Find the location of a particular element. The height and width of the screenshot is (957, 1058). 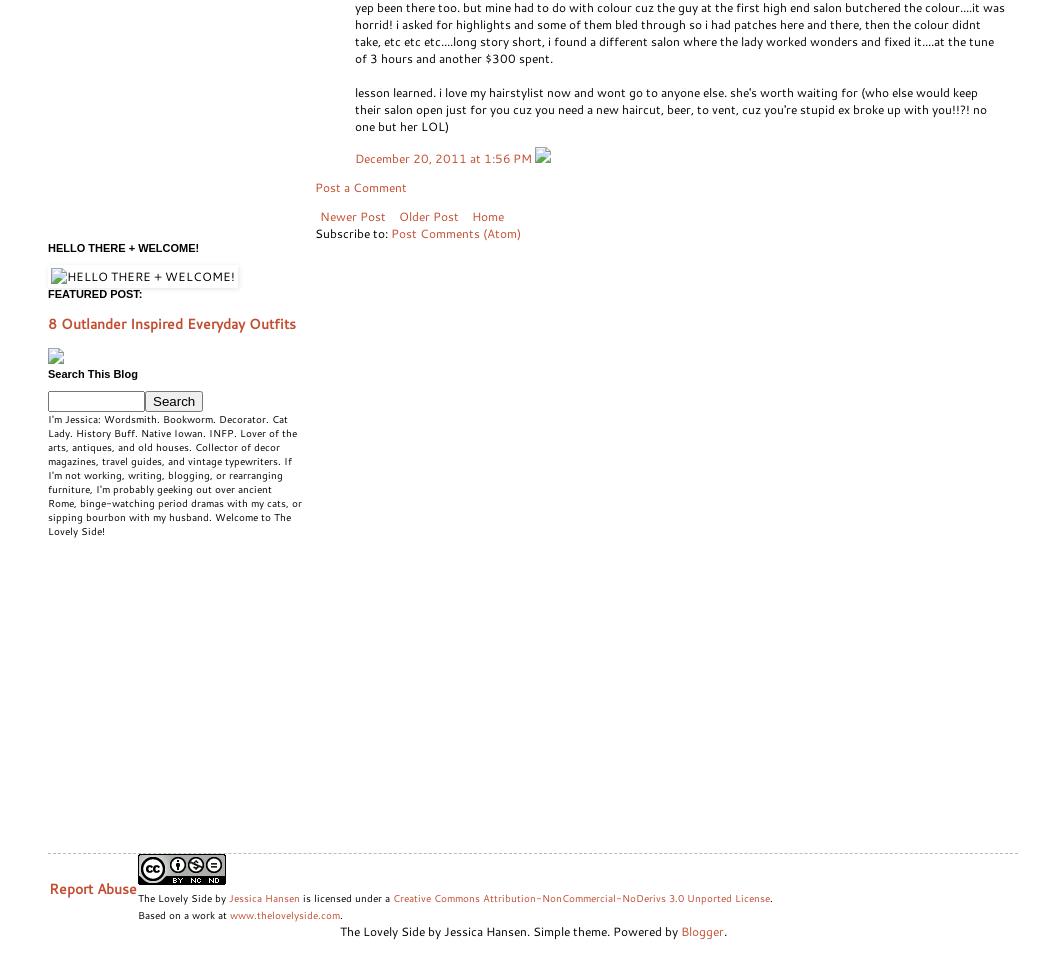

'FEATURED POST:' is located at coordinates (94, 293).